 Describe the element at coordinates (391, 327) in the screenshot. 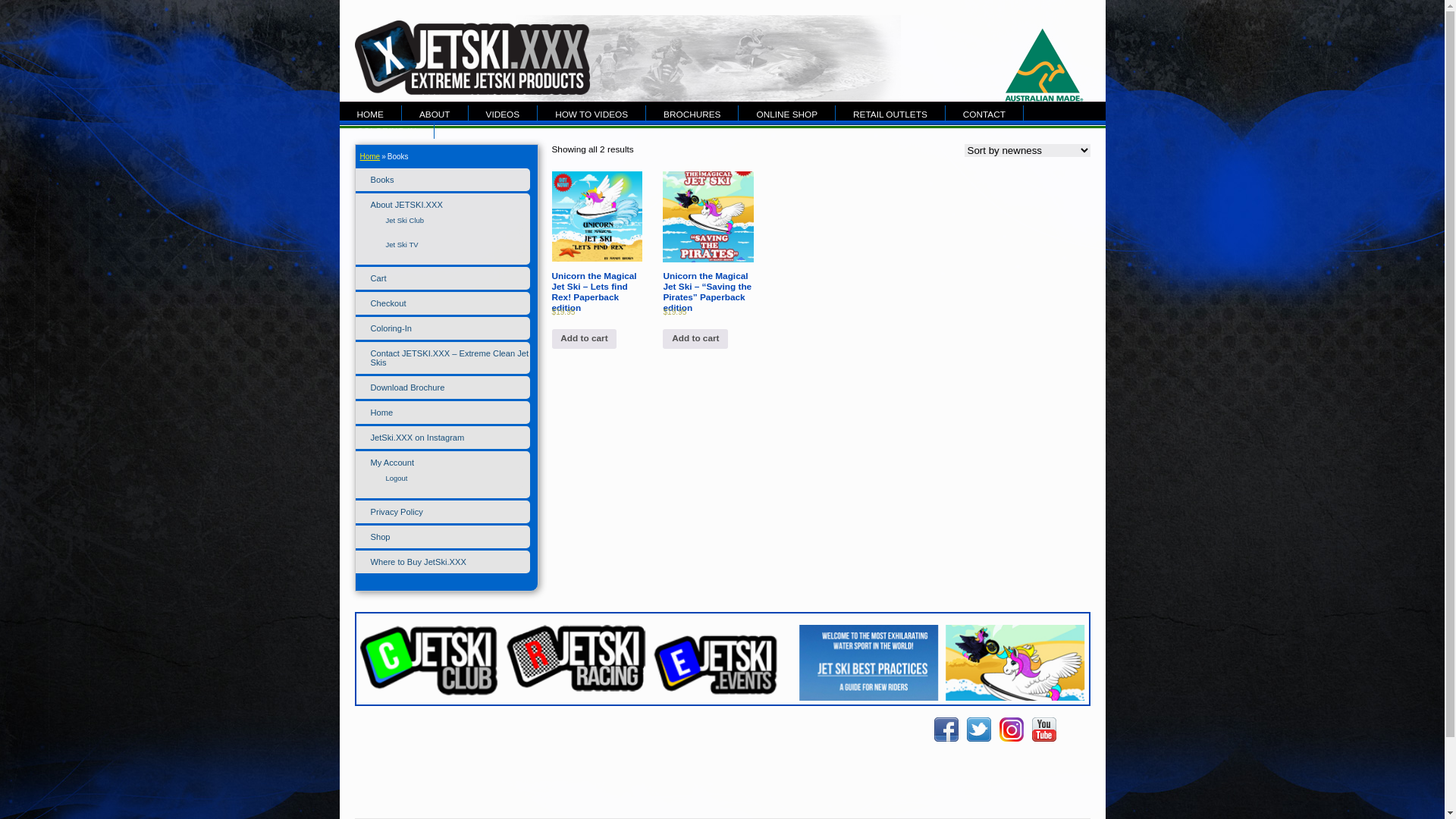

I see `'Coloring-In'` at that location.